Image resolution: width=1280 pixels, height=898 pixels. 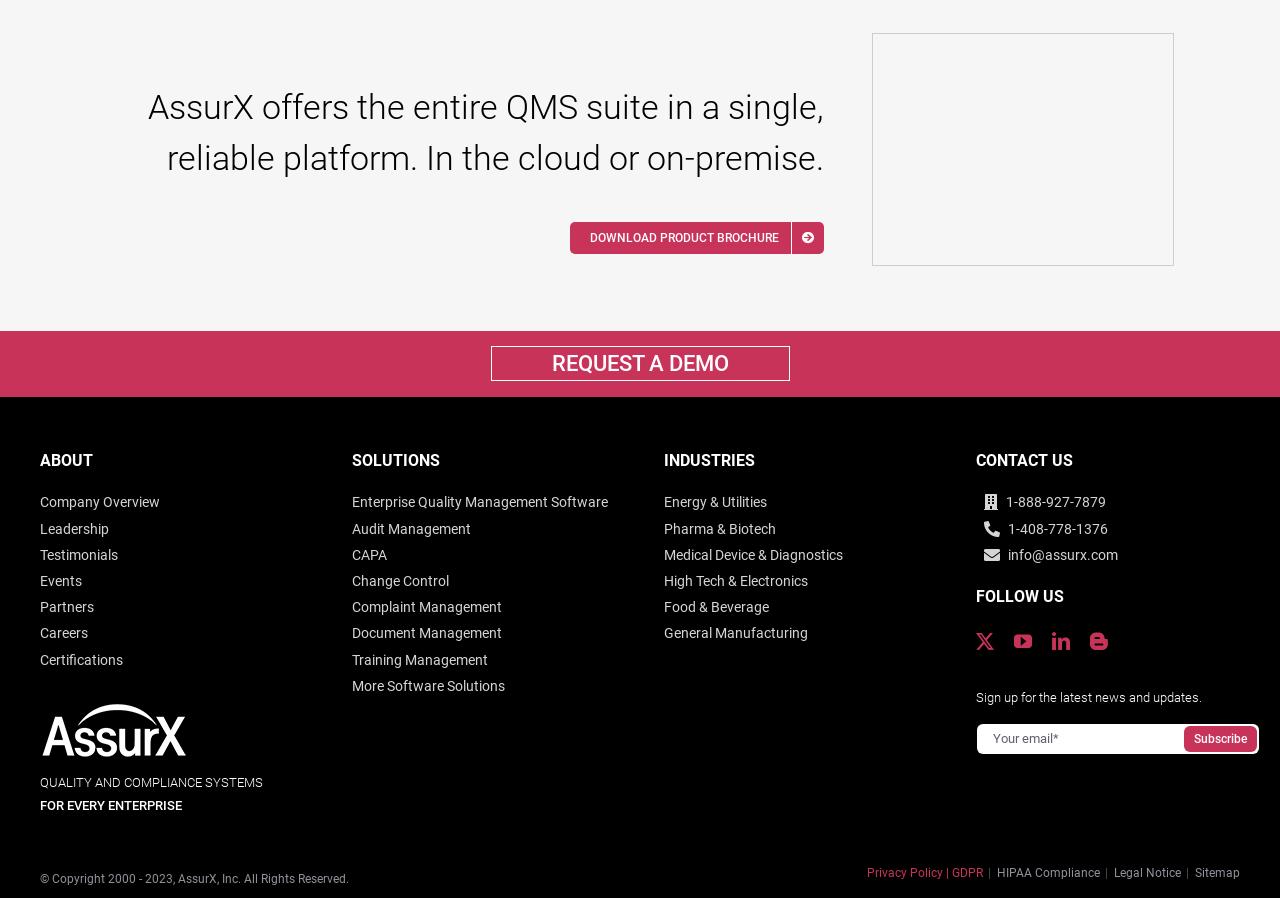 I want to click on 'Sign up for the latest news and updates.', so click(x=1087, y=696).